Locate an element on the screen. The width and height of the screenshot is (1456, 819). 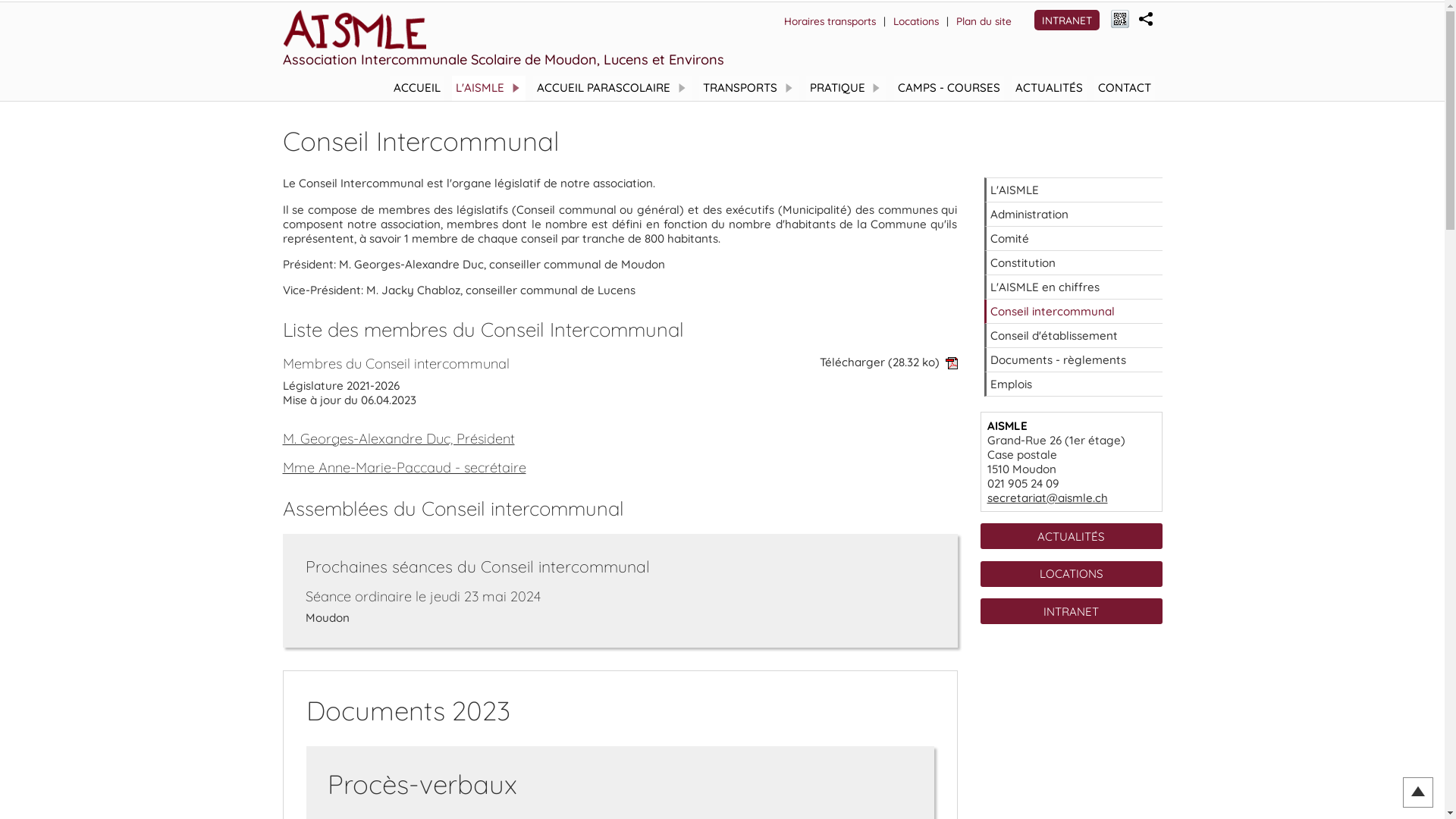
'INTRANET' is located at coordinates (1065, 20).